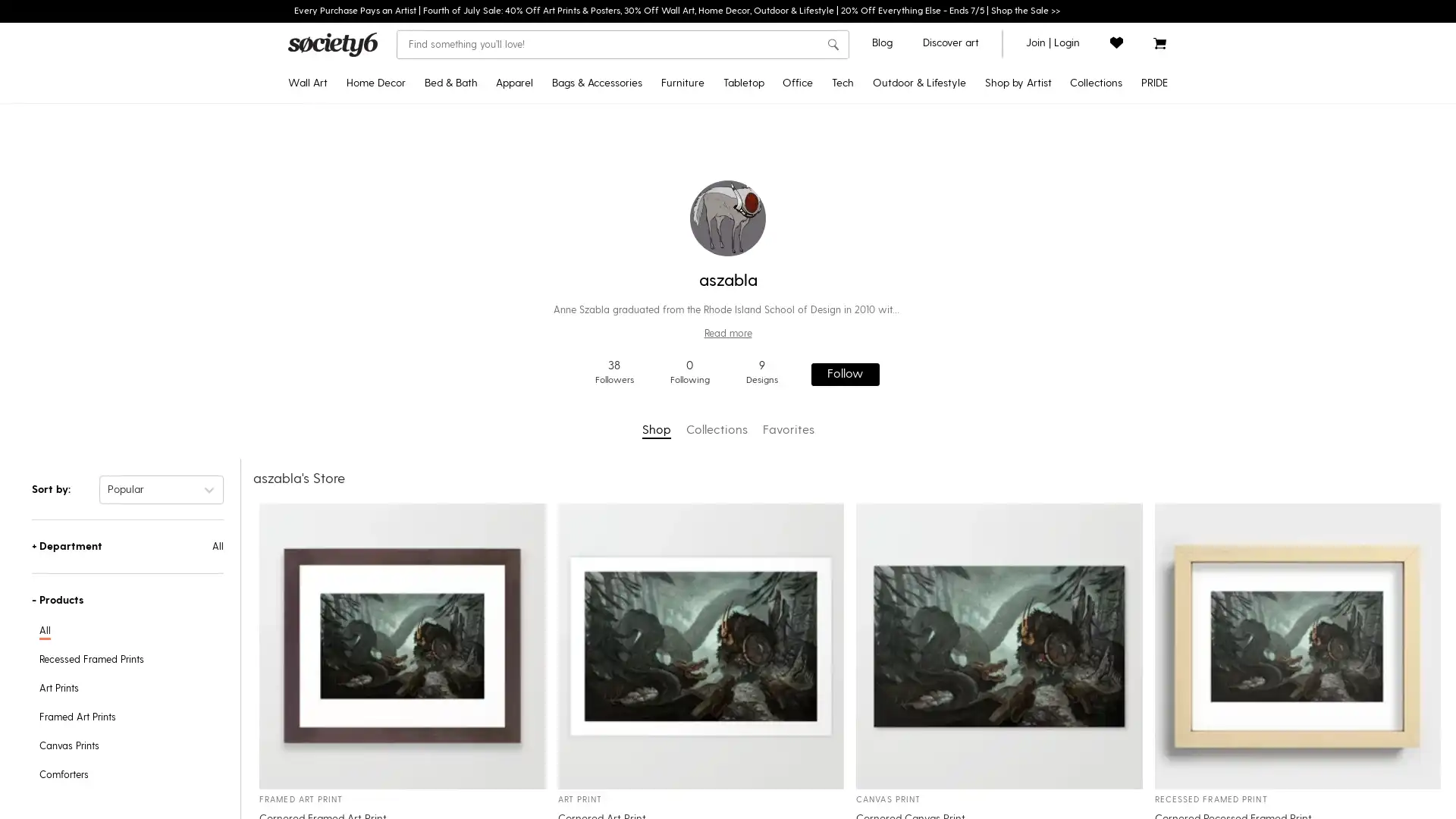 Image resolution: width=1456 pixels, height=819 pixels. I want to click on Clear search, so click(811, 43).